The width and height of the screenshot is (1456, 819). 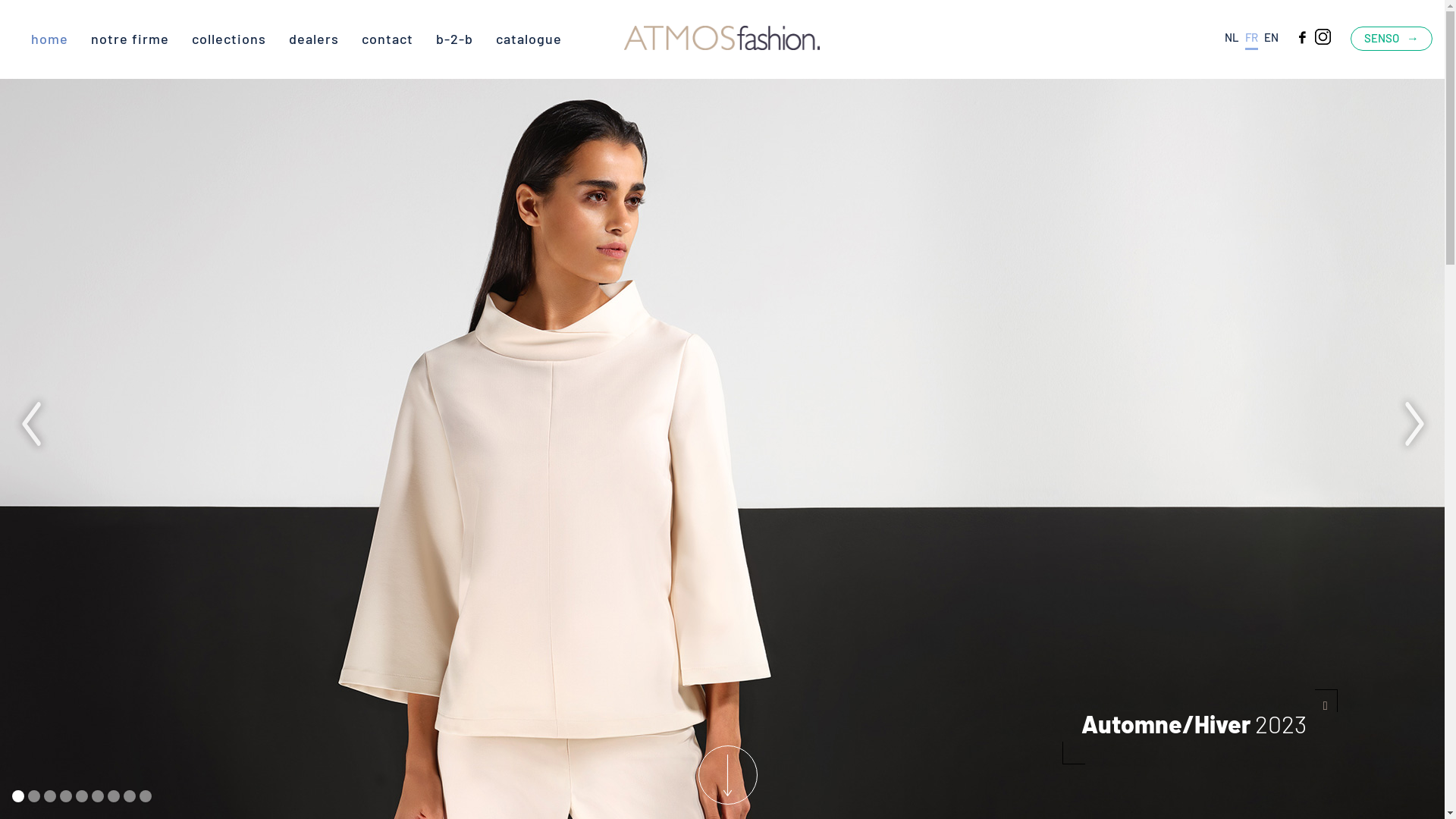 What do you see at coordinates (1271, 36) in the screenshot?
I see `'EN'` at bounding box center [1271, 36].